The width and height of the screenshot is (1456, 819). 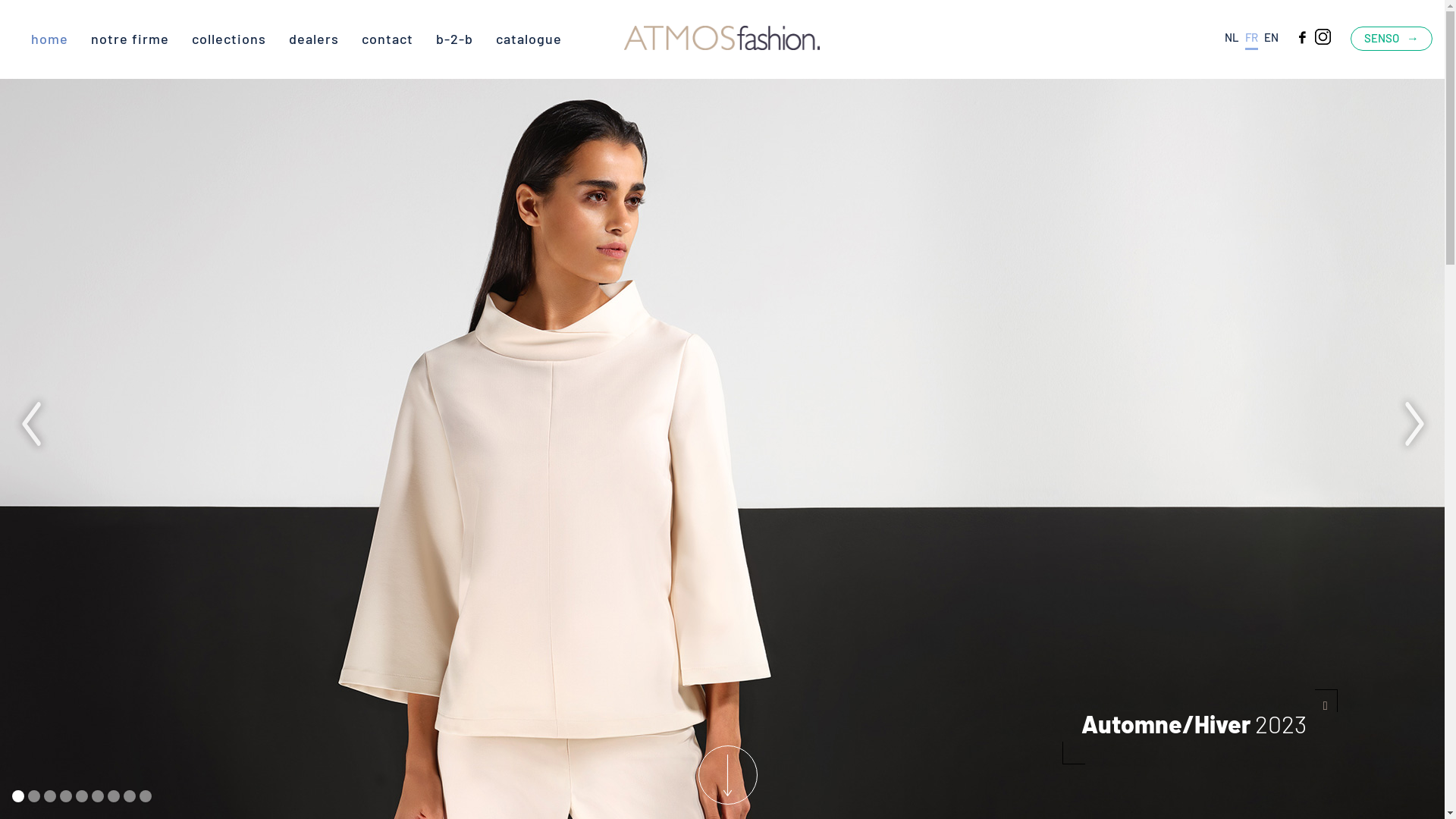 What do you see at coordinates (1271, 36) in the screenshot?
I see `'EN'` at bounding box center [1271, 36].